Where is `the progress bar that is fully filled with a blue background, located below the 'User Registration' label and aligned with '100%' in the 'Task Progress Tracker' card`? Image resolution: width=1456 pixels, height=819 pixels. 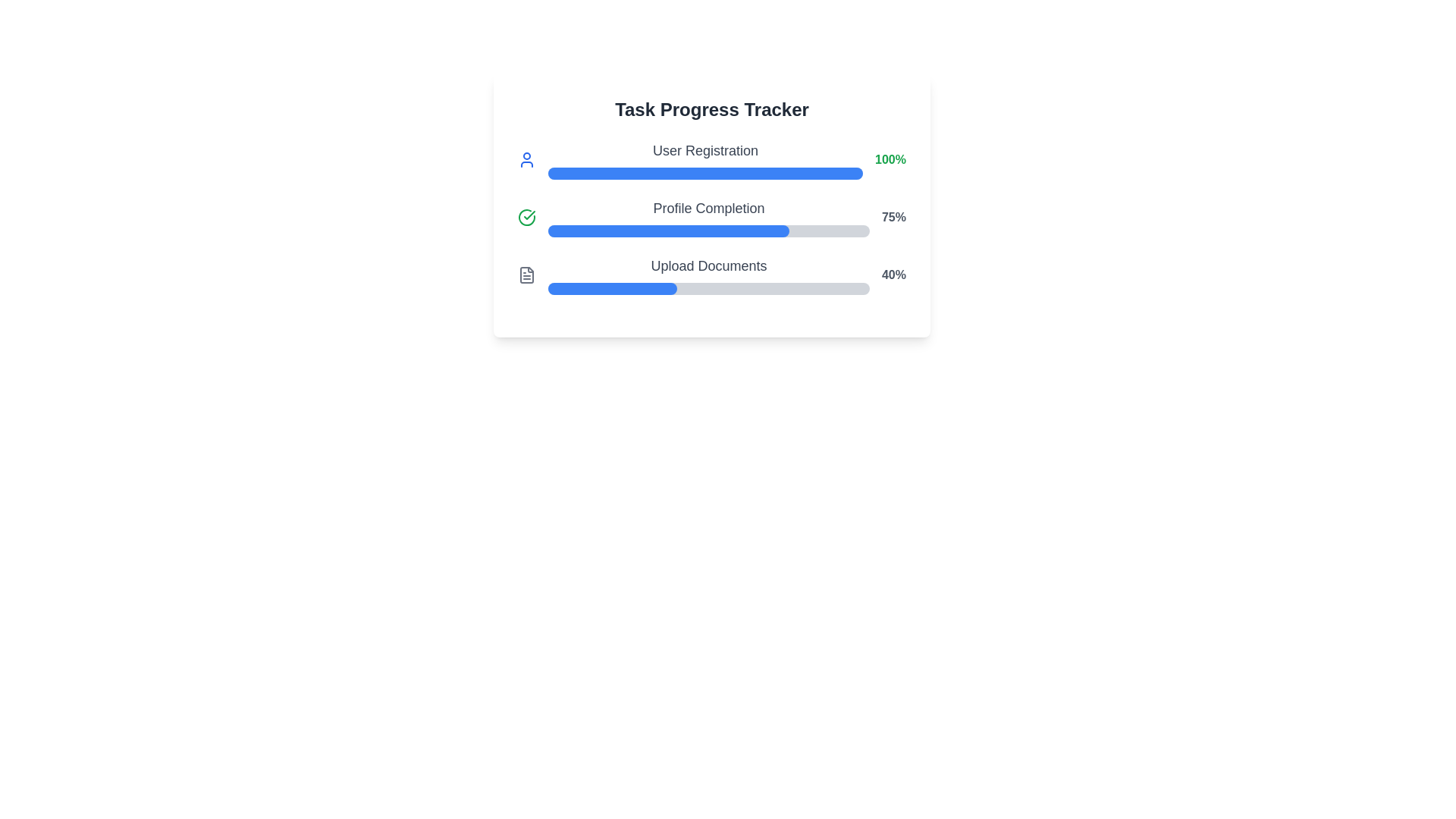 the progress bar that is fully filled with a blue background, located below the 'User Registration' label and aligned with '100%' in the 'Task Progress Tracker' card is located at coordinates (704, 172).